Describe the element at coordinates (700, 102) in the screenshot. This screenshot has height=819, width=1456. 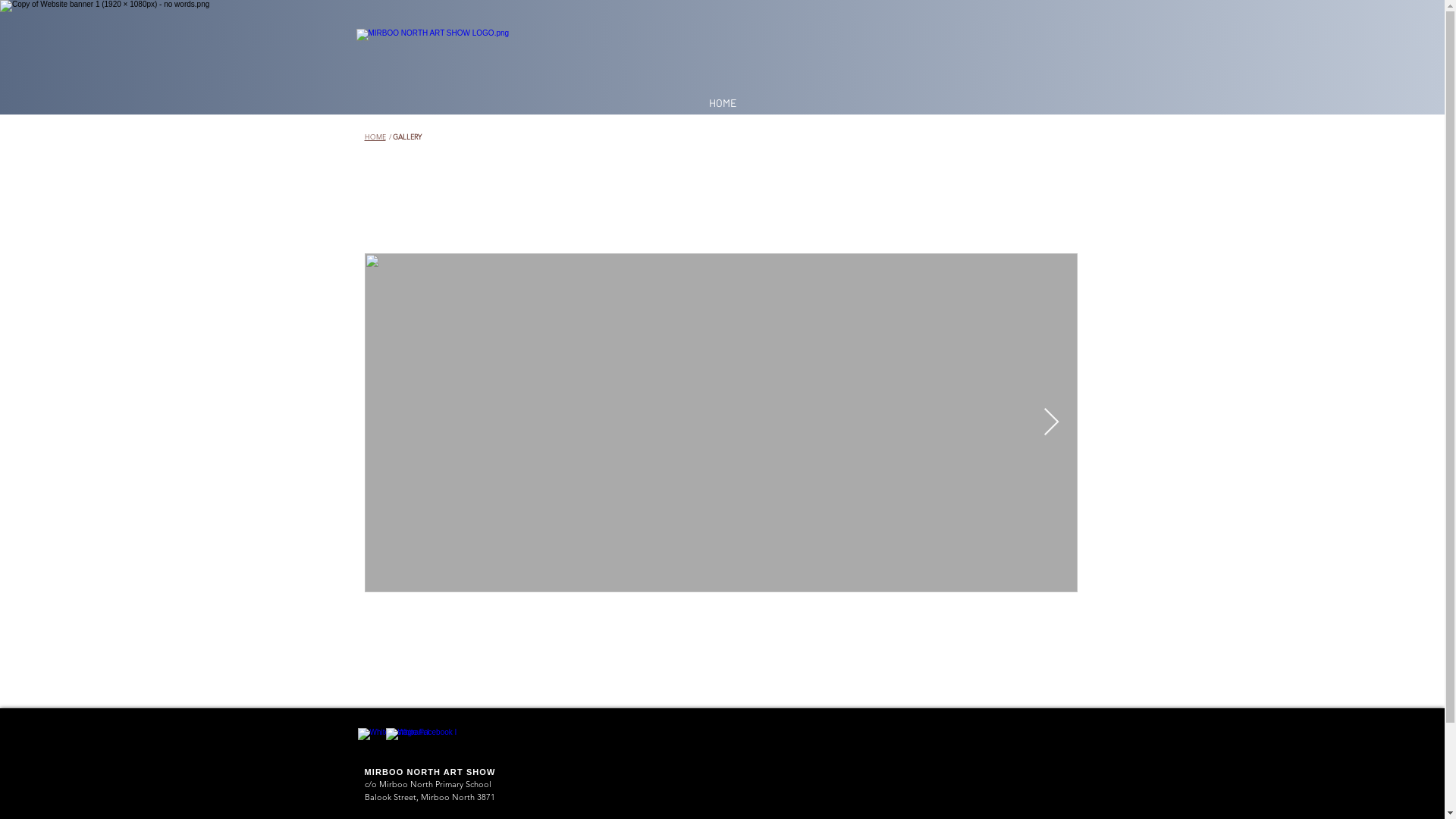
I see `'HOME'` at that location.